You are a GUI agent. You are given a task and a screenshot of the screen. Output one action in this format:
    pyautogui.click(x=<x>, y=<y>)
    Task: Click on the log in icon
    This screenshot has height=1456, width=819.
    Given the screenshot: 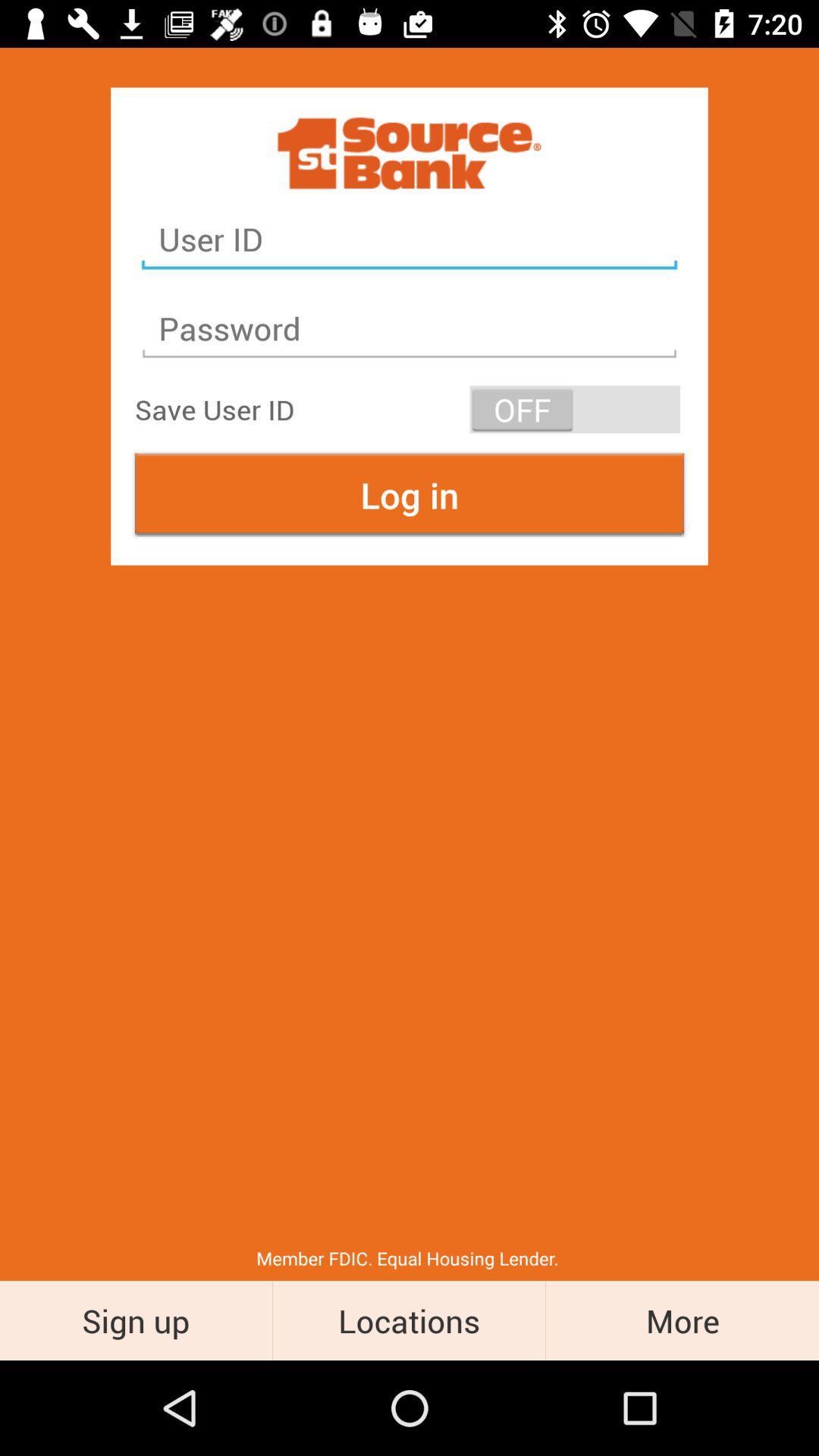 What is the action you would take?
    pyautogui.click(x=409, y=494)
    